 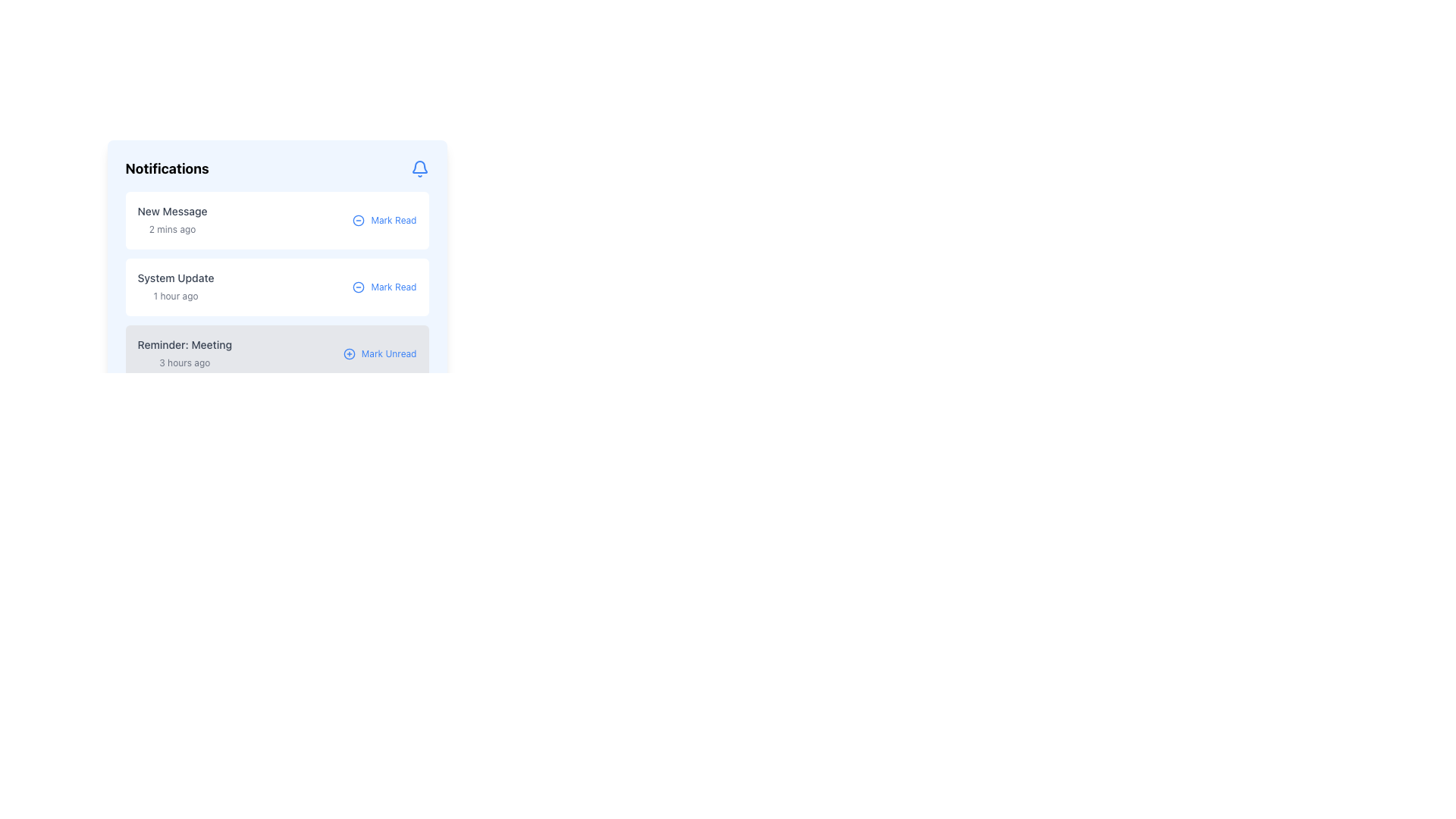 What do you see at coordinates (389, 353) in the screenshot?
I see `text label indicating the action to mark the associated notification as unread, located in the notification section within the third list item labeled 'Reminder: Meeting'` at bounding box center [389, 353].